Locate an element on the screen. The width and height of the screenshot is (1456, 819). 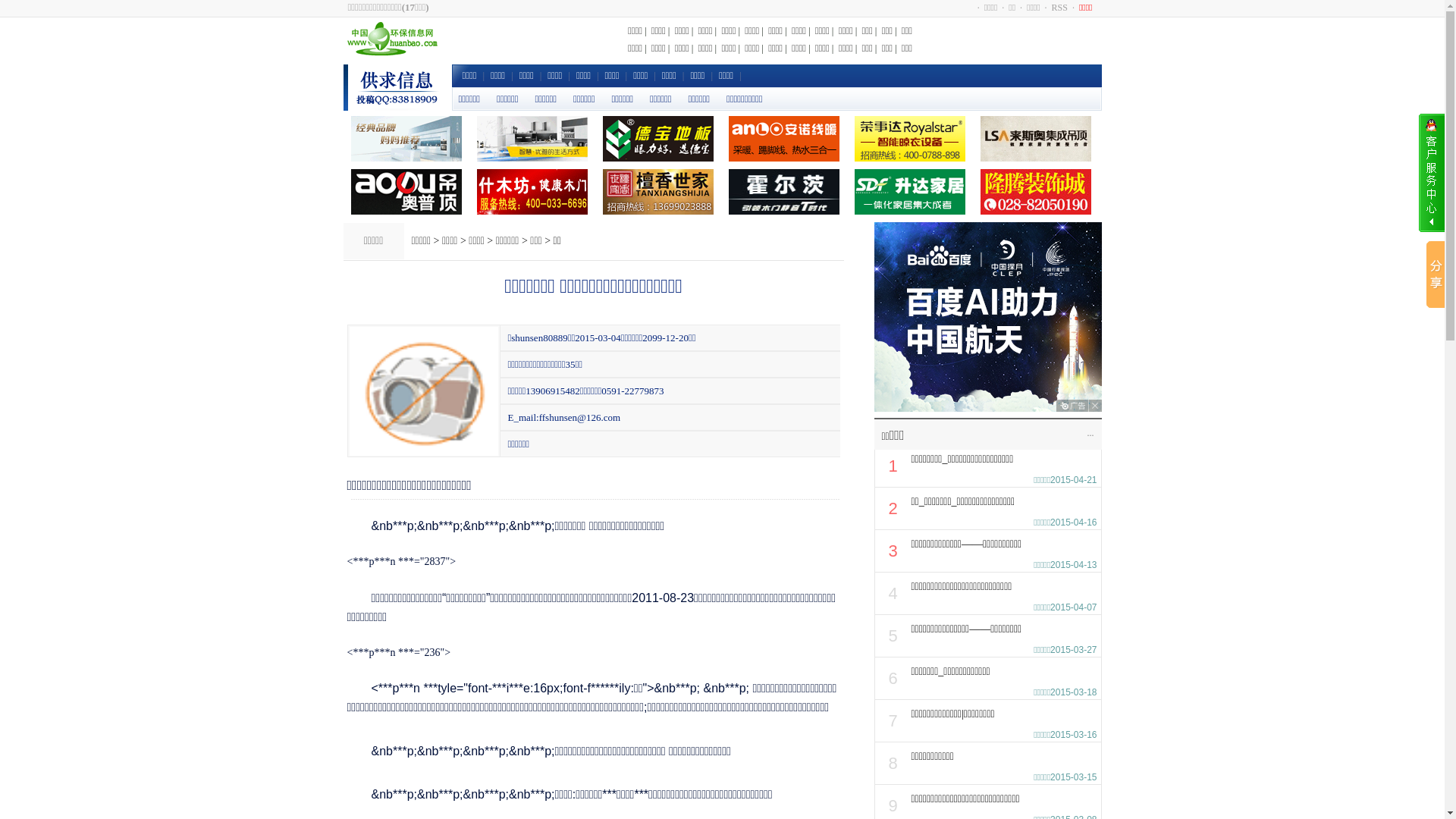
'...' is located at coordinates (1090, 432).